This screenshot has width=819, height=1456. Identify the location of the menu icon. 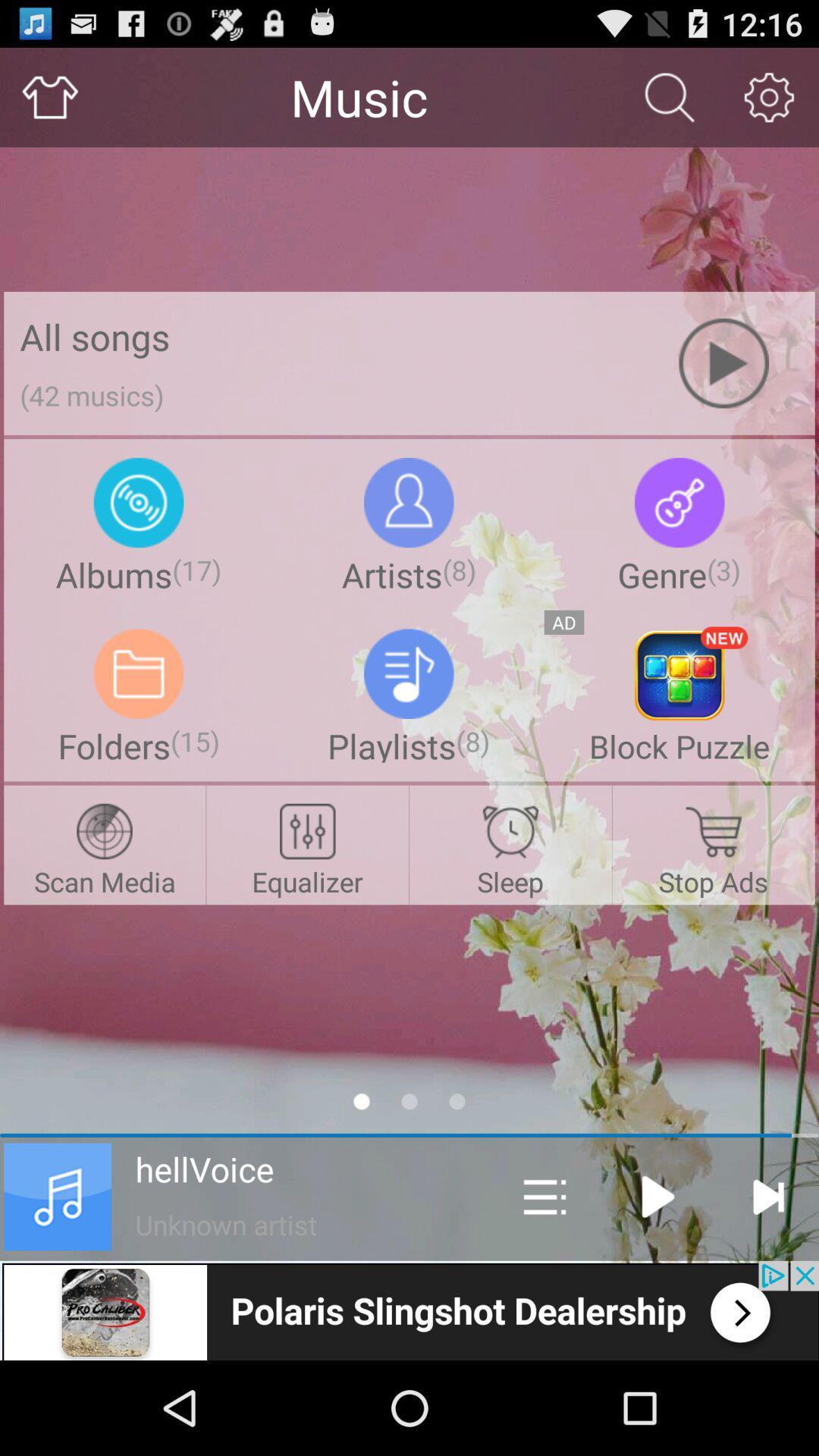
(544, 1280).